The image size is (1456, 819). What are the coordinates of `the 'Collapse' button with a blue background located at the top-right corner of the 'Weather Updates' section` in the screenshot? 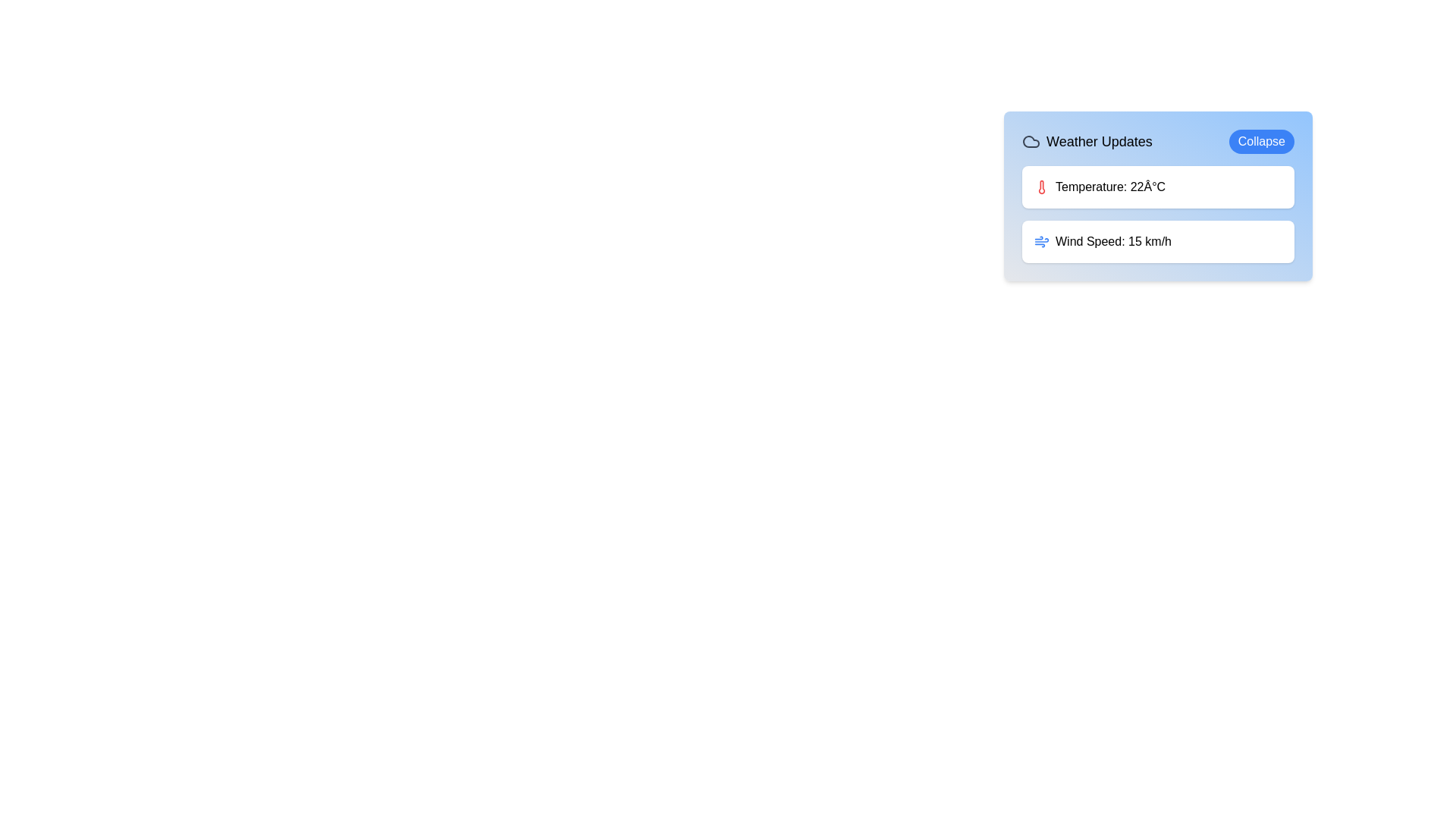 It's located at (1261, 141).